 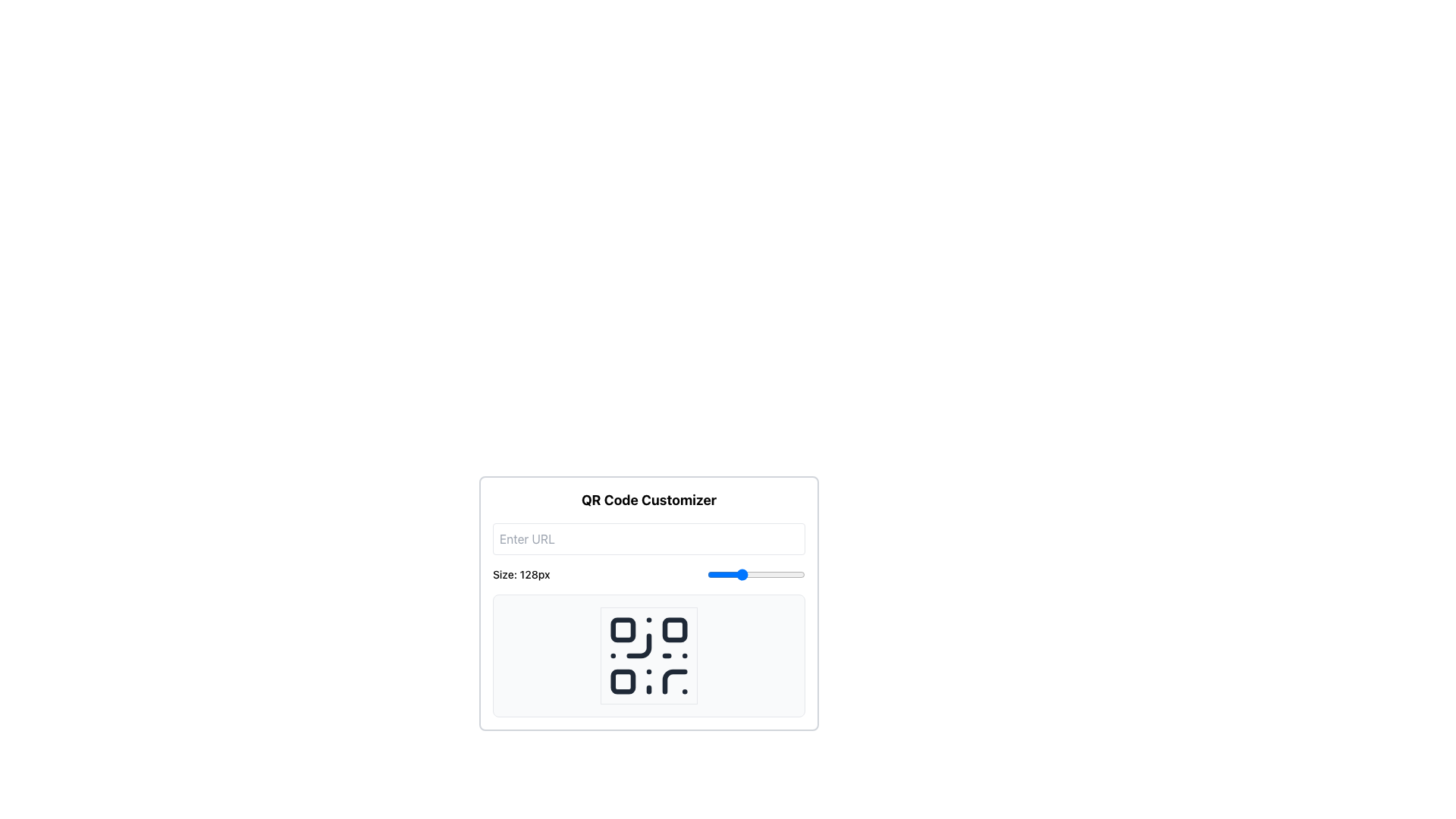 I want to click on the size, so click(x=708, y=575).